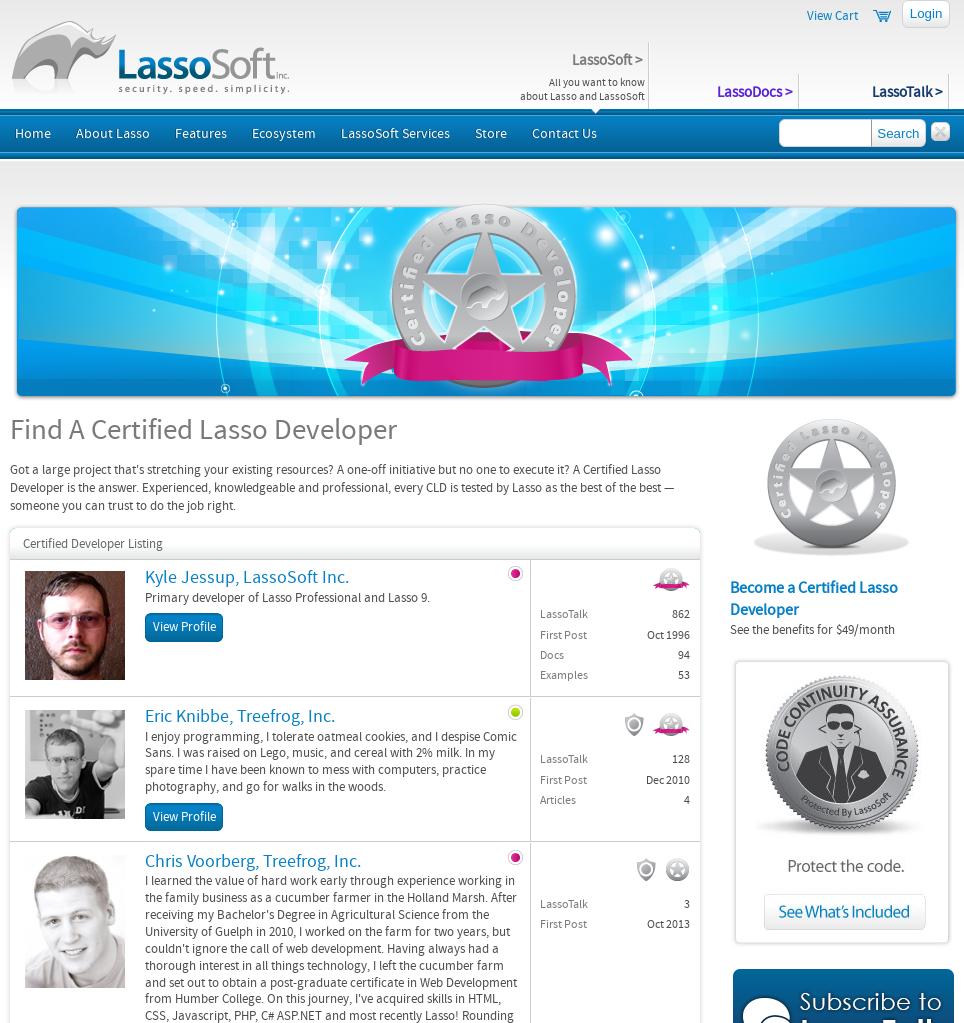 Image resolution: width=964 pixels, height=1023 pixels. I want to click on 'Become a Certified Lasso Developer', so click(813, 597).